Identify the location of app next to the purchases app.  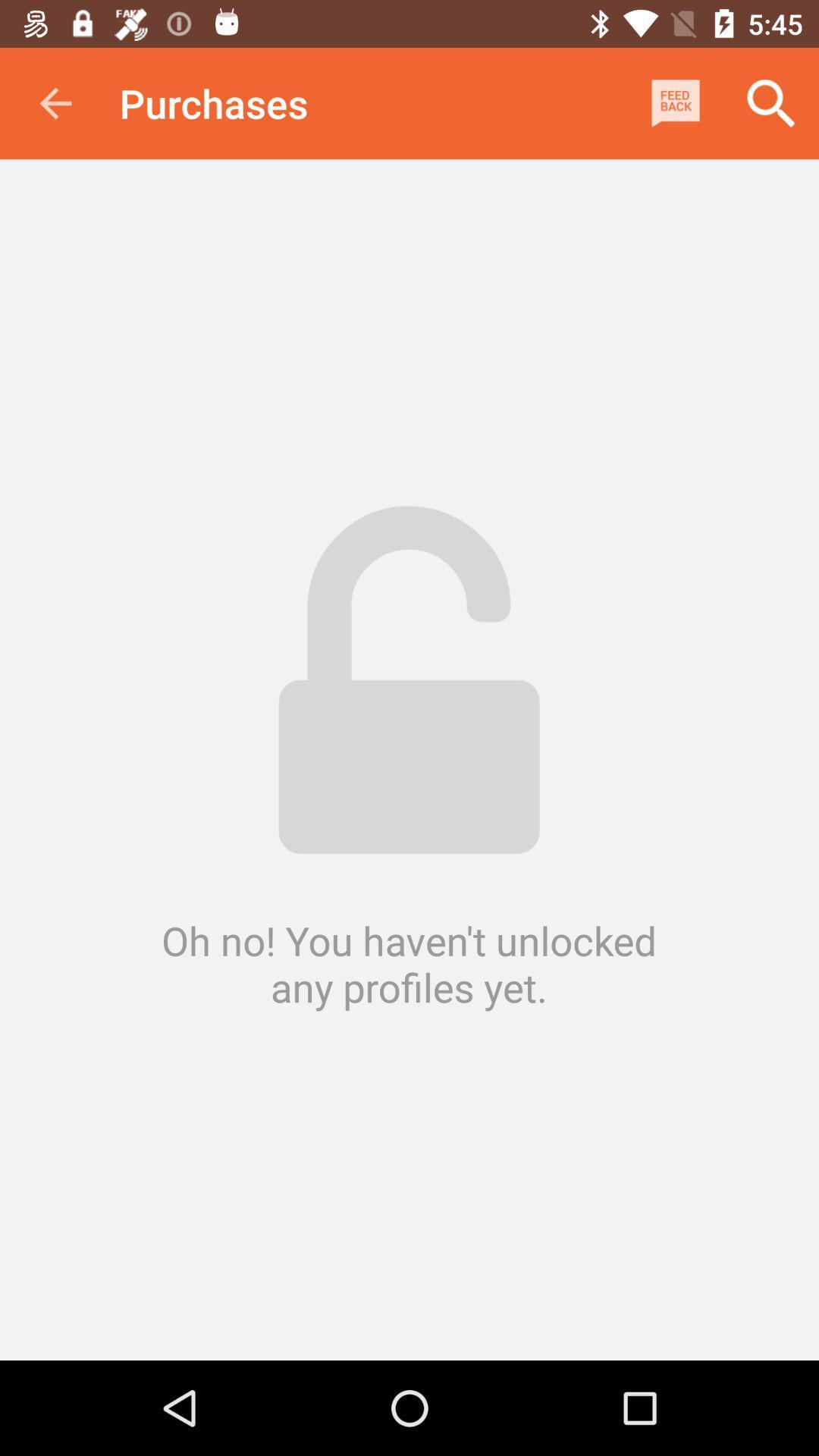
(675, 102).